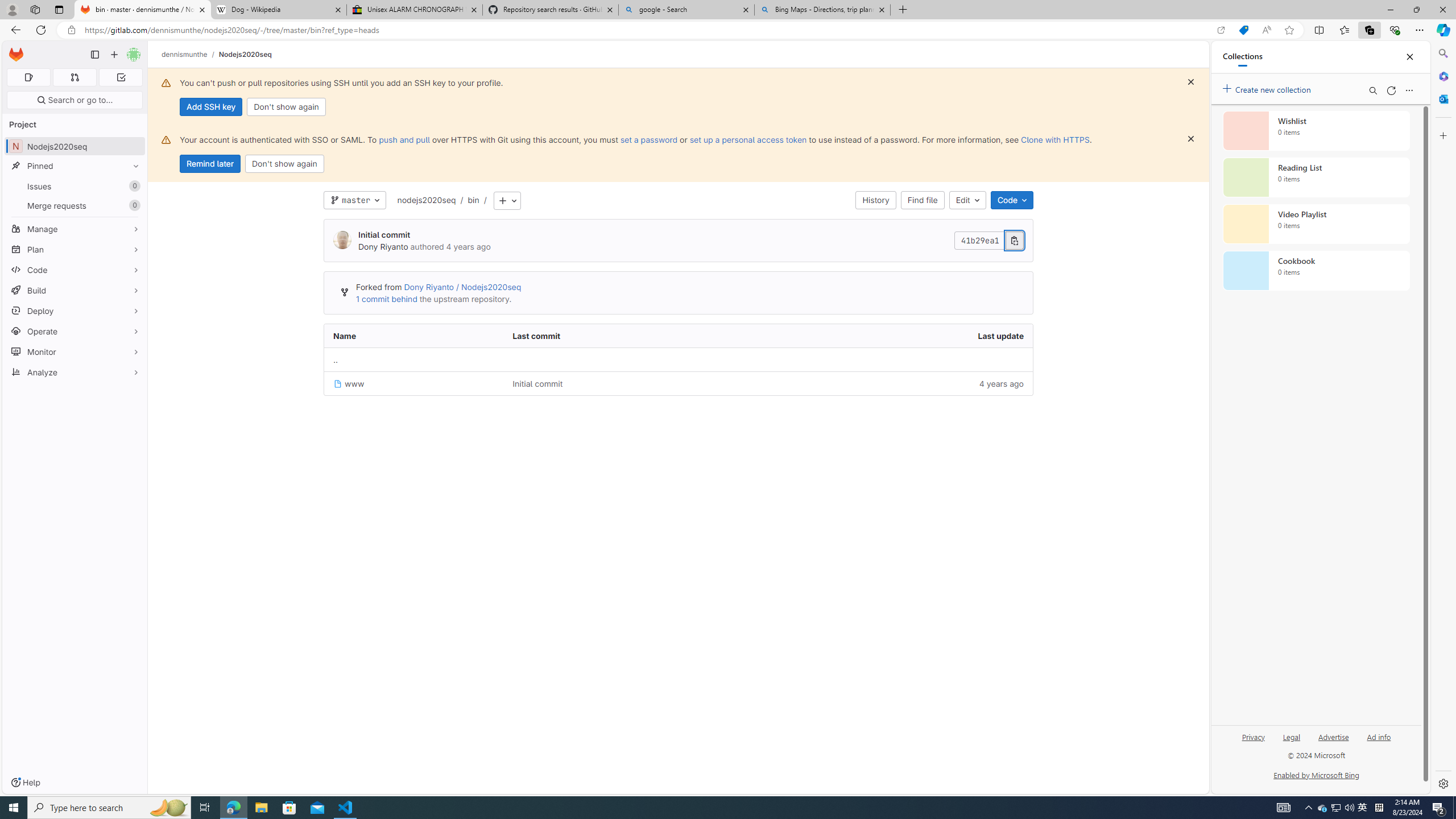 The width and height of the screenshot is (1456, 819). I want to click on 'Side bar', so click(1443, 418).